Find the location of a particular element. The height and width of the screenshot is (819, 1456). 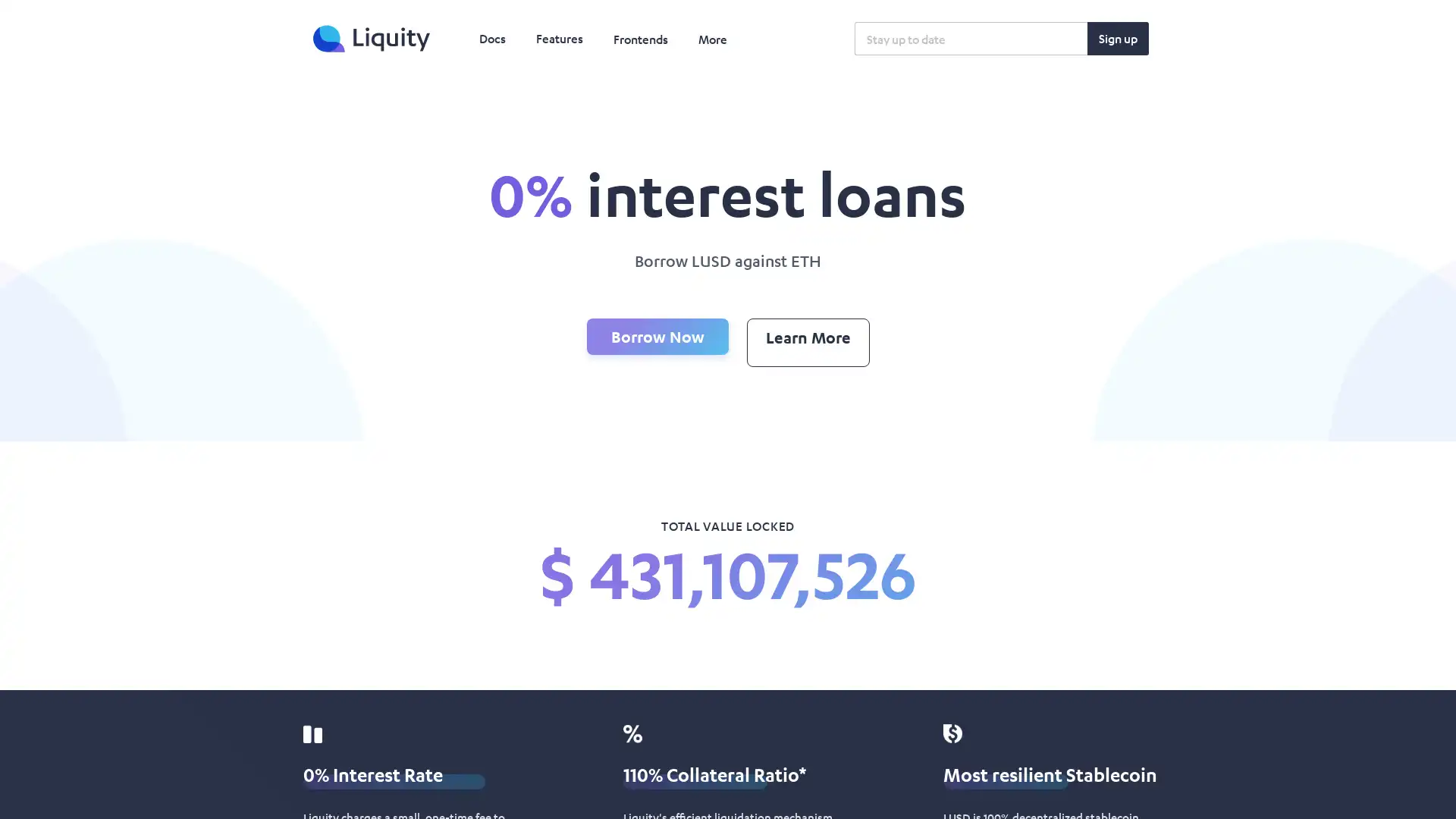

Sign up is located at coordinates (1118, 37).